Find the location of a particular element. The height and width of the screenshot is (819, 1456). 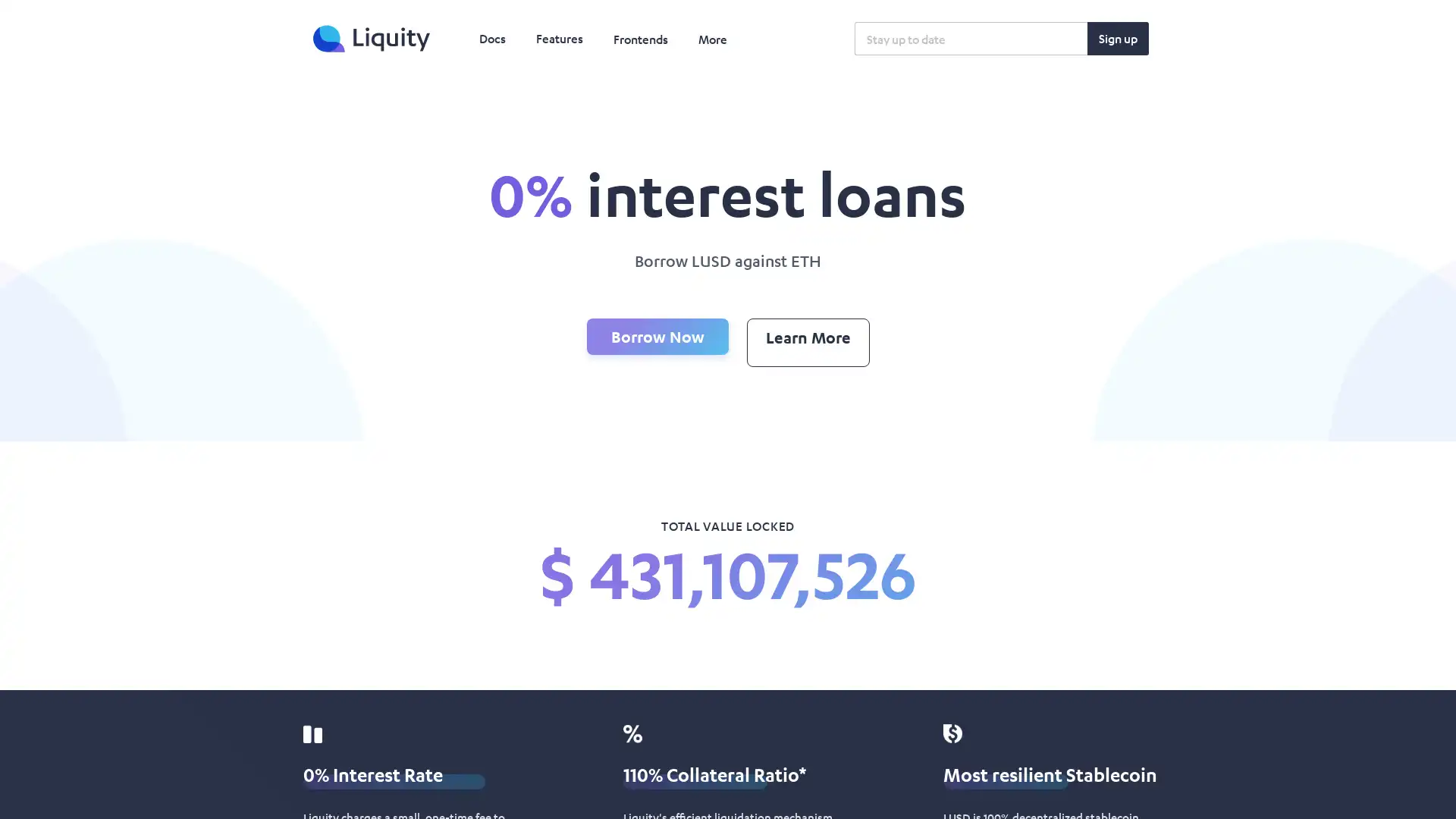

Sign up is located at coordinates (1118, 37).